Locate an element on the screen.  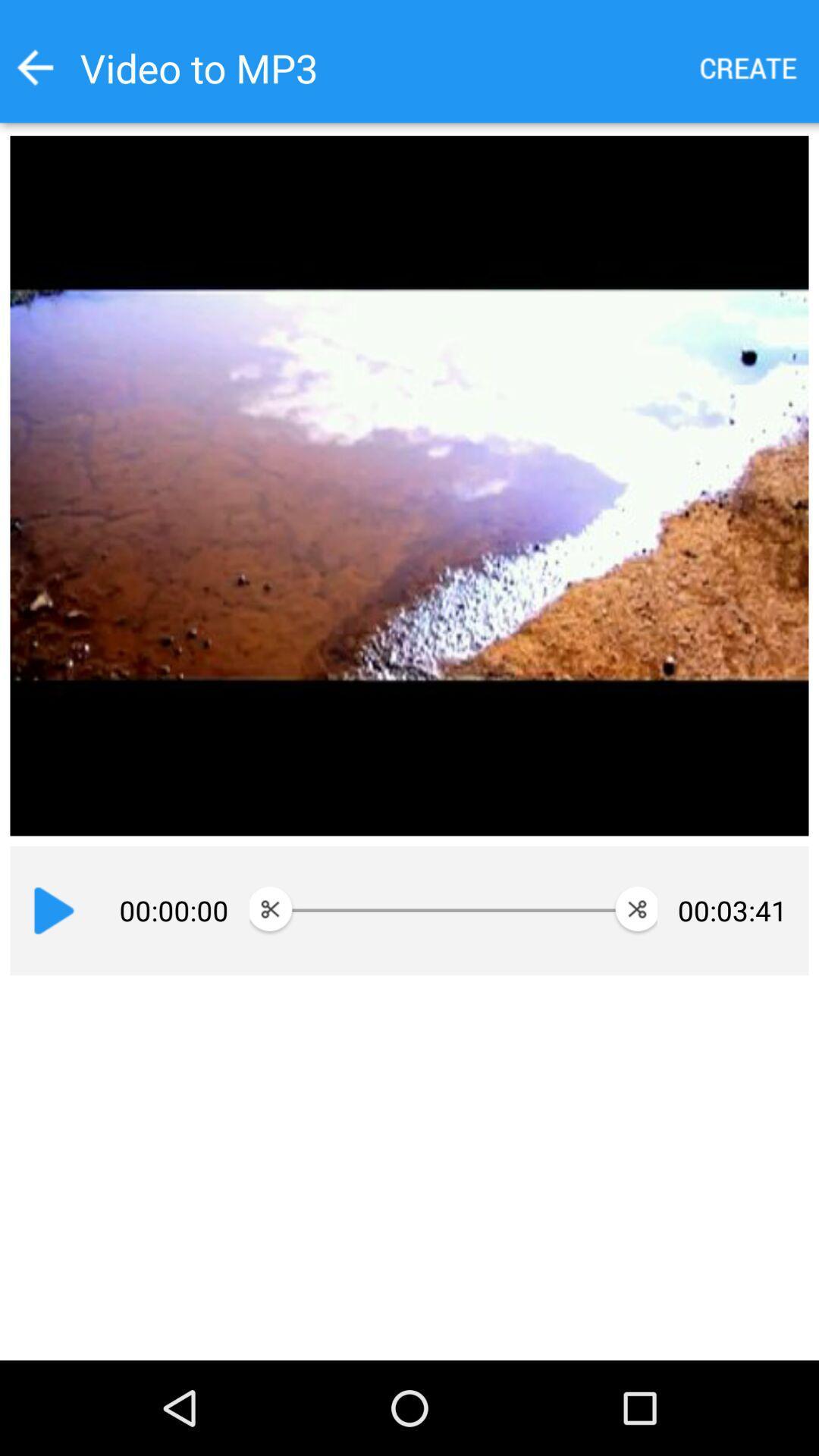
the button at the top right corner is located at coordinates (748, 67).